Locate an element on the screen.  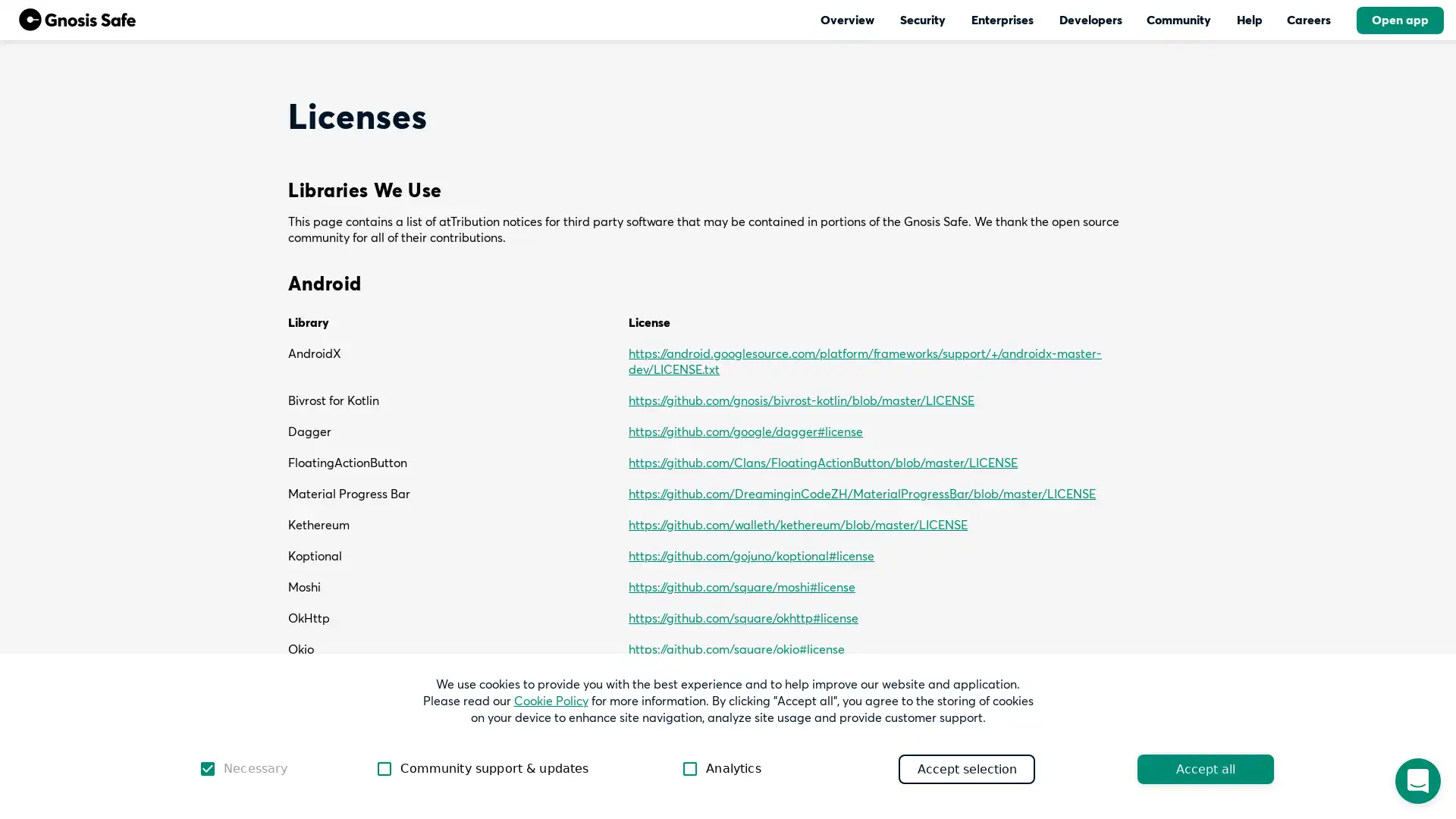
Accept all is located at coordinates (1204, 768).